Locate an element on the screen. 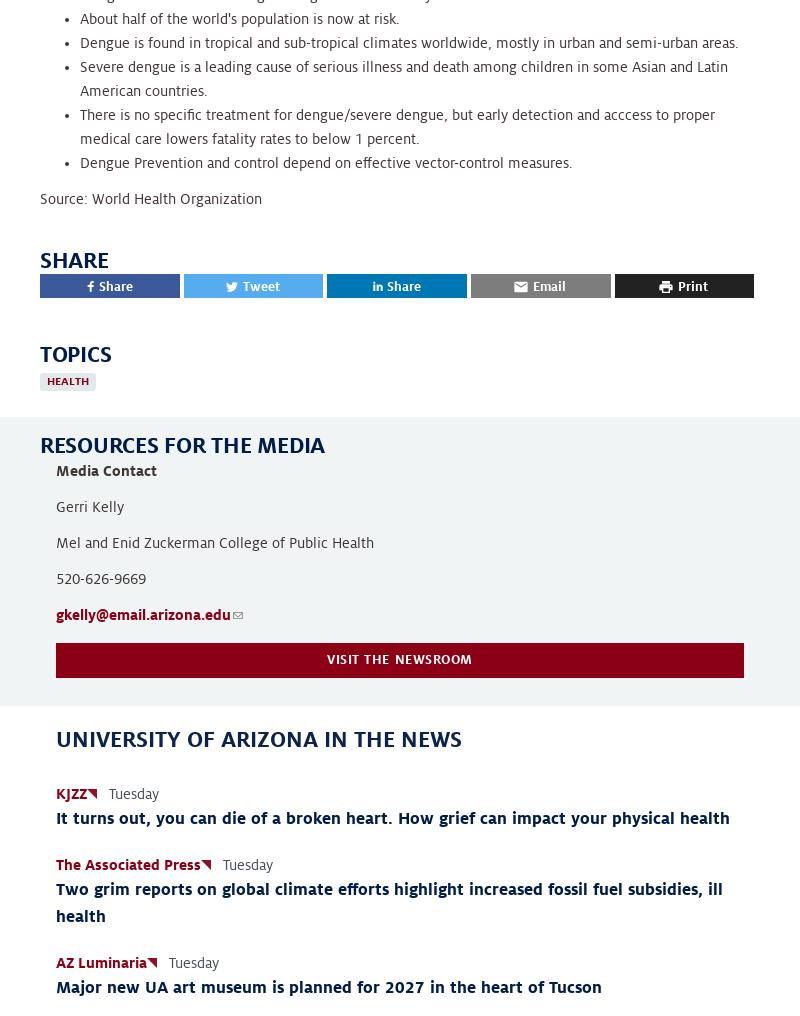 The width and height of the screenshot is (800, 1016). 'Visit the newsroom' is located at coordinates (398, 658).